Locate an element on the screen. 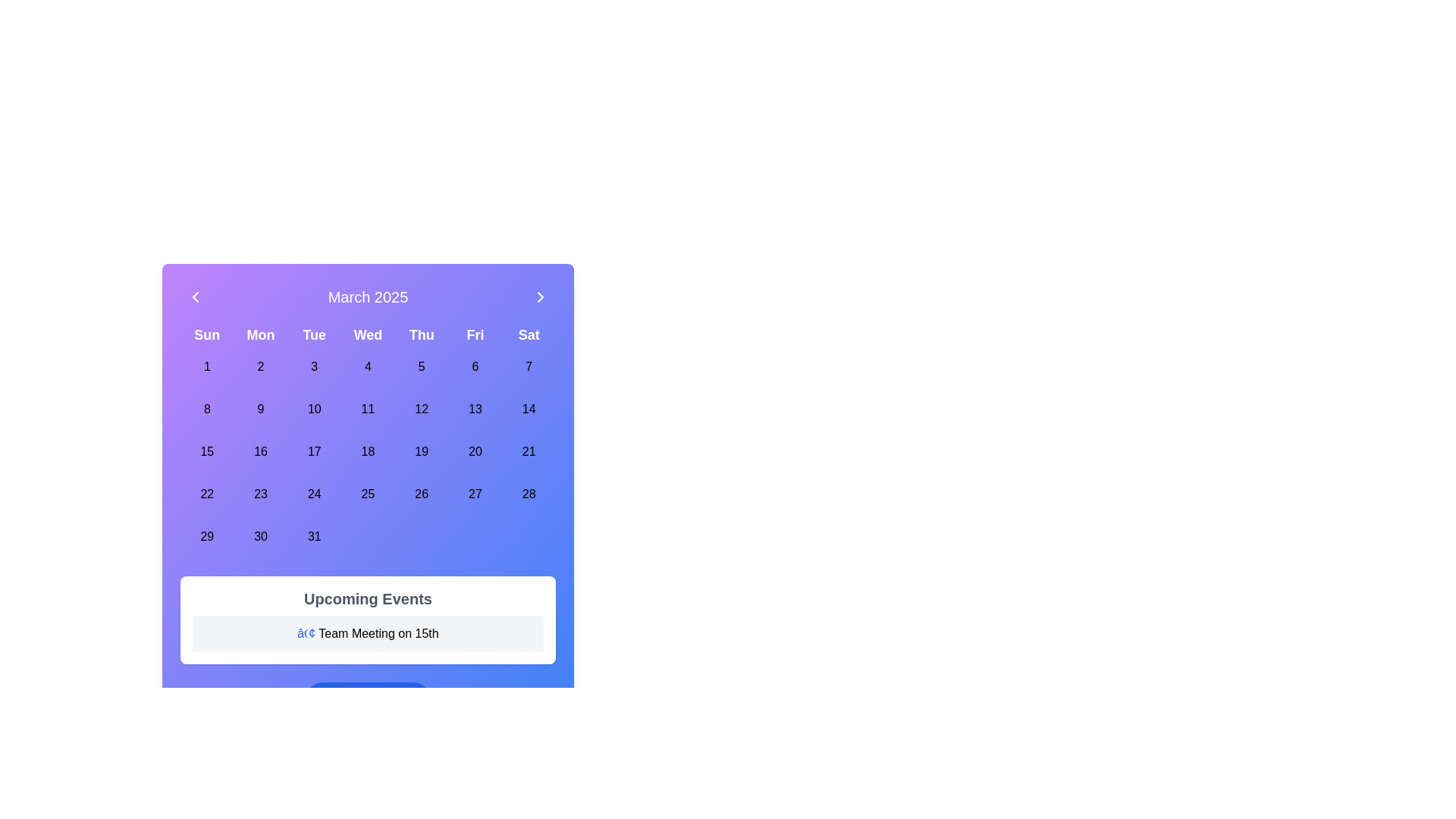 The image size is (1456, 819). the selectable date button for March 18, 2025, located in the fourth column under 'Wed' in the calendar grid is located at coordinates (368, 451).